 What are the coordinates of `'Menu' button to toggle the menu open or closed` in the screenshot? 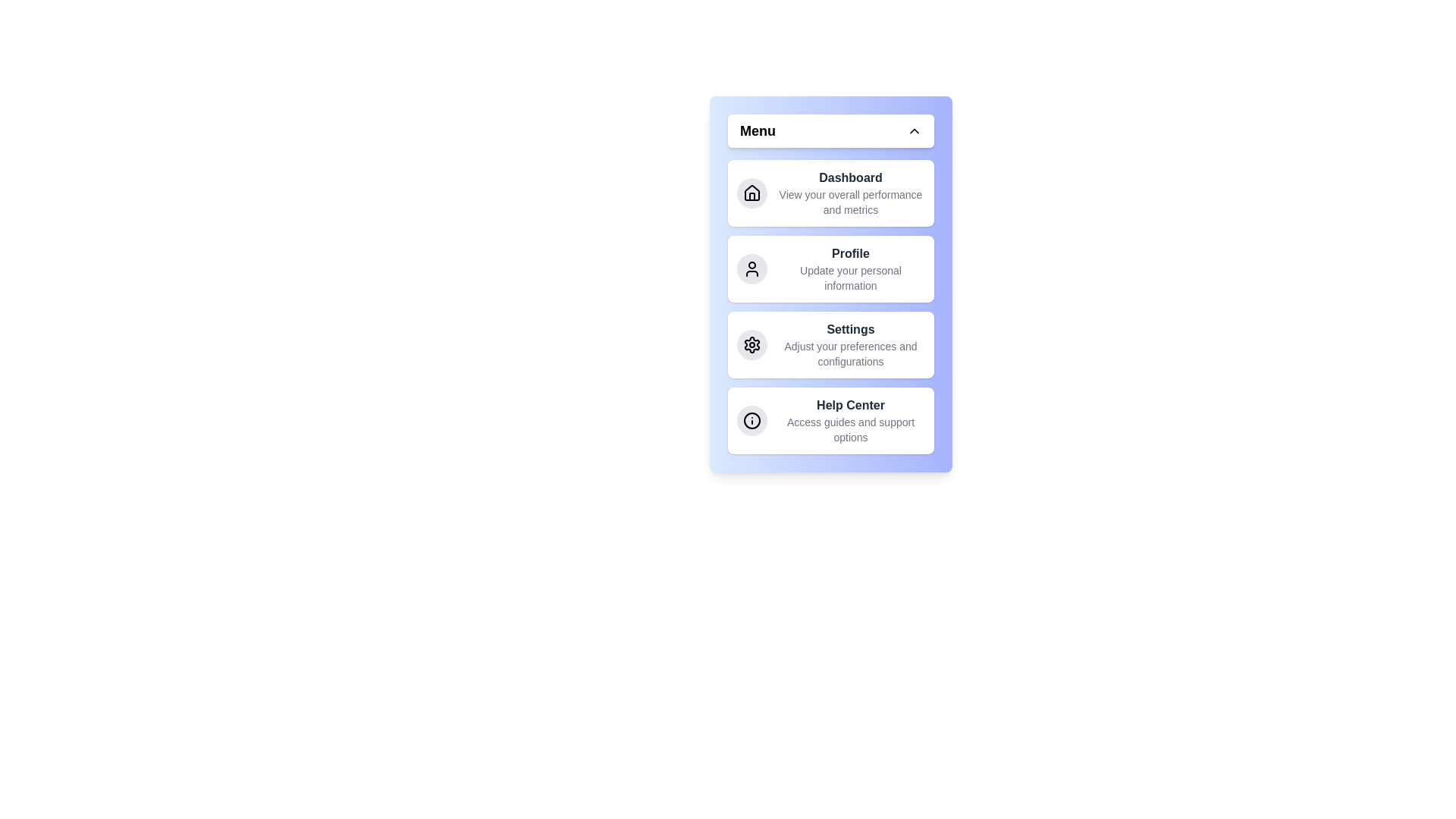 It's located at (830, 130).